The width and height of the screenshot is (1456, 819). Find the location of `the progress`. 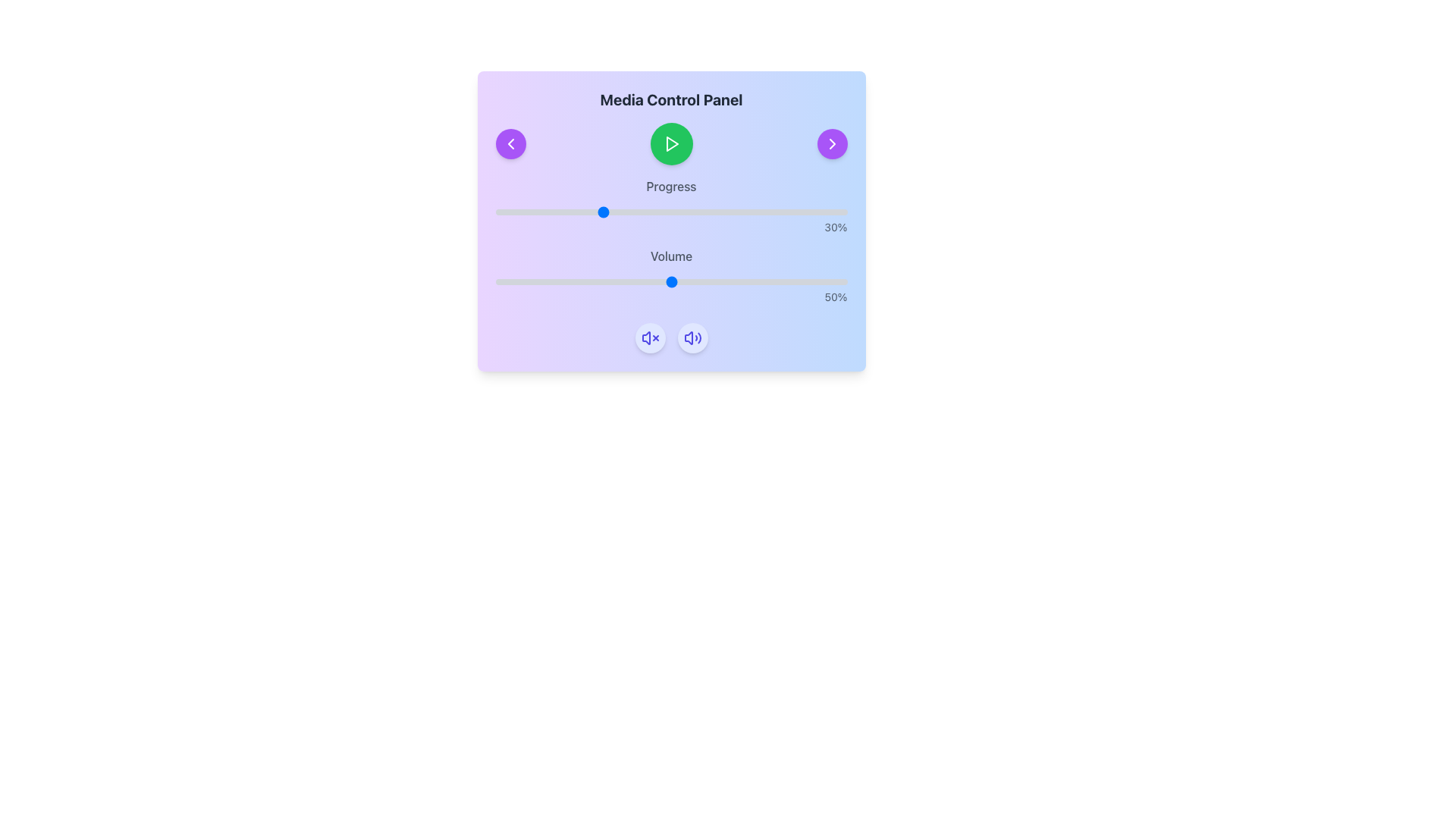

the progress is located at coordinates (510, 212).